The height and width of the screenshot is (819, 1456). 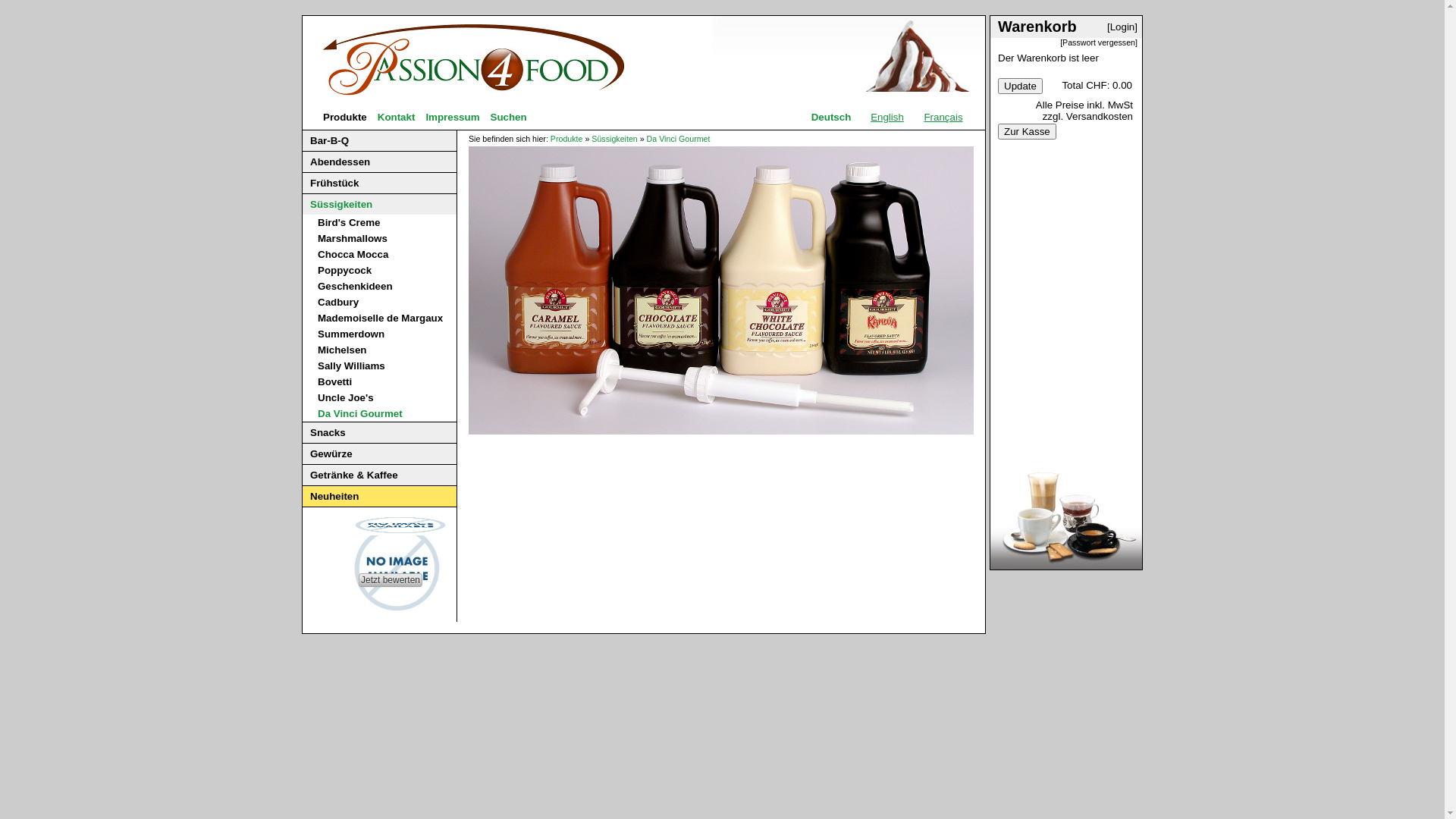 What do you see at coordinates (1125, 24) in the screenshot?
I see `'[Login]'` at bounding box center [1125, 24].